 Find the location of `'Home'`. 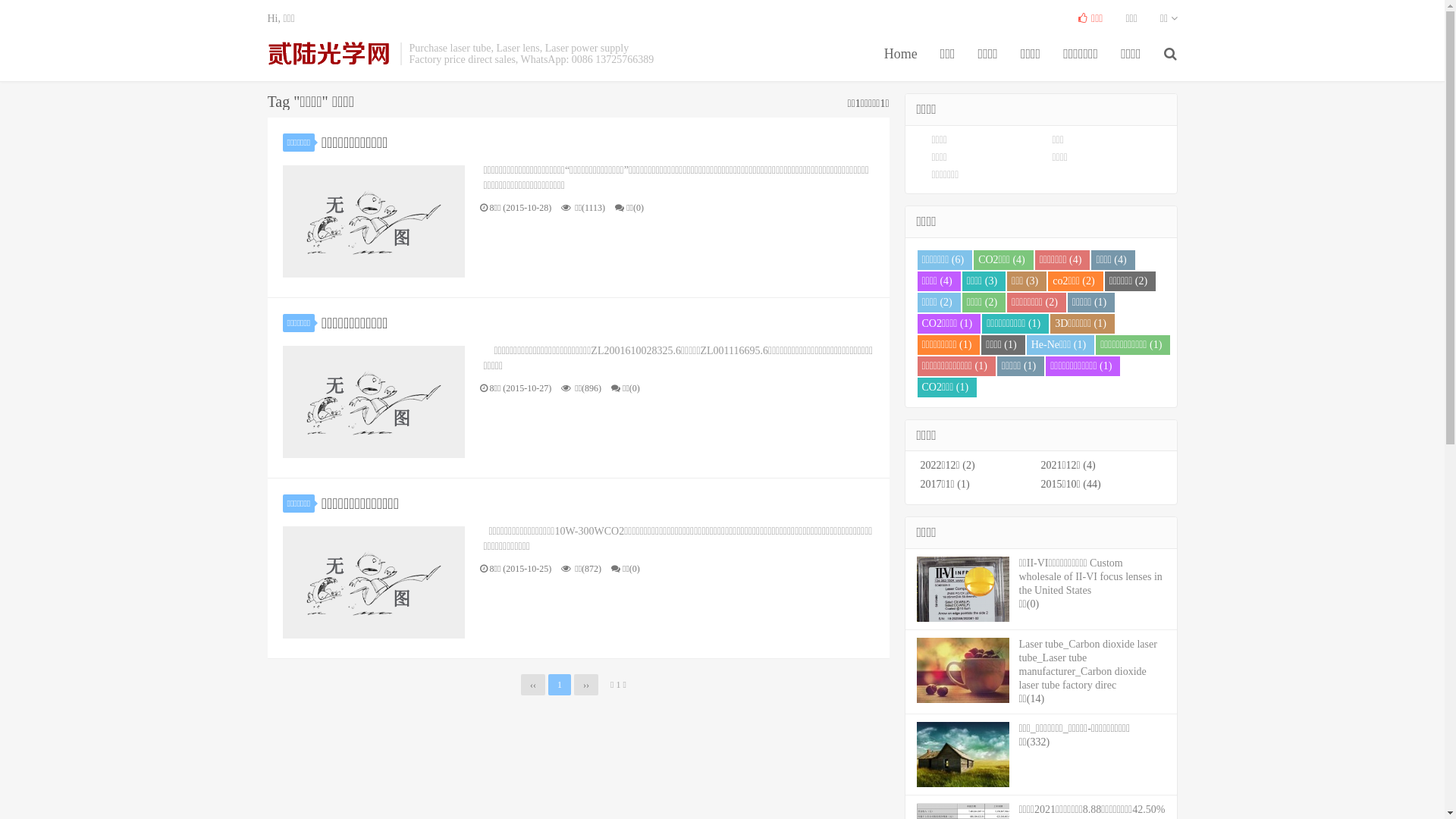

'Home' is located at coordinates (901, 52).